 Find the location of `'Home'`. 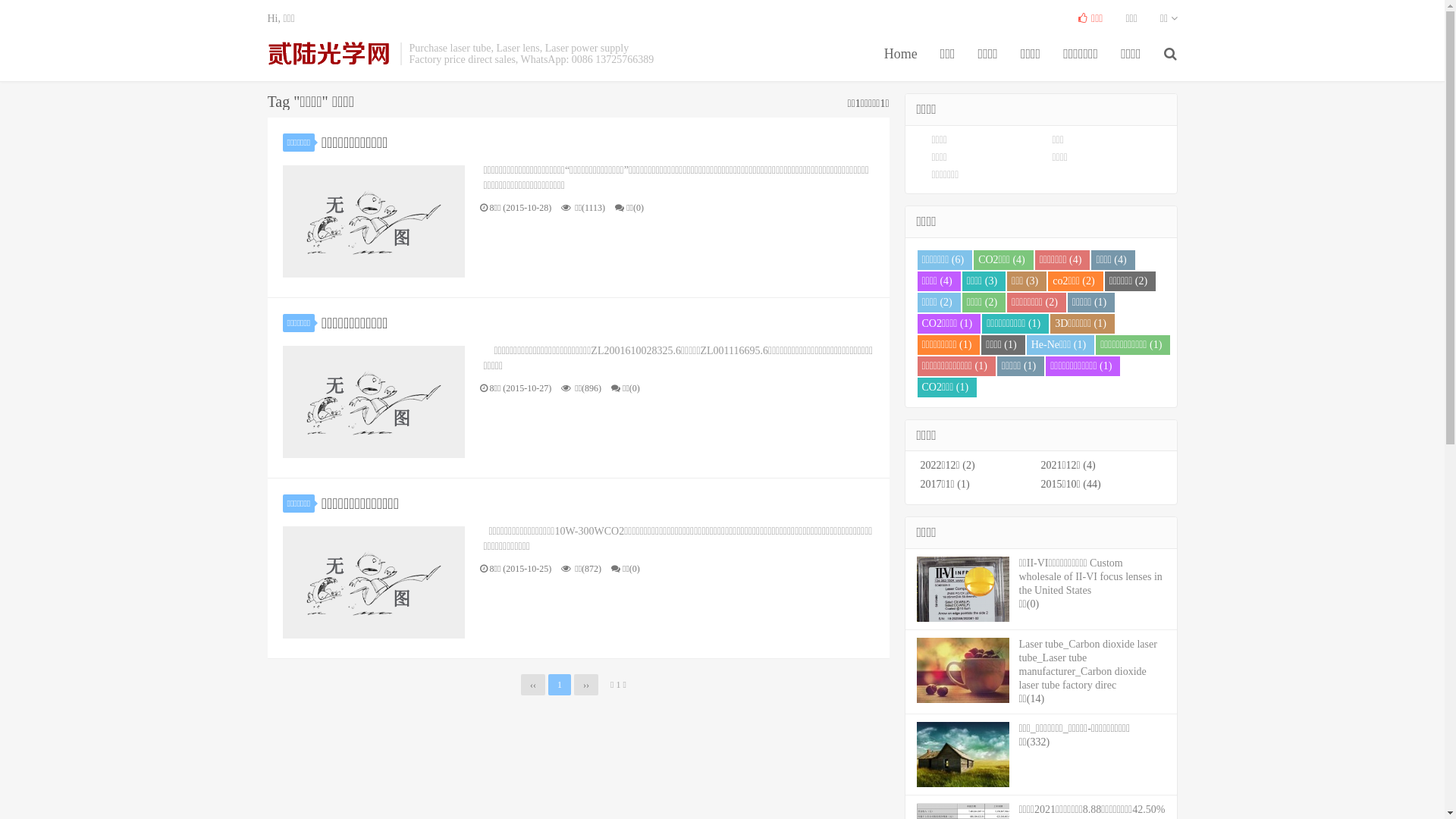

'Home' is located at coordinates (901, 52).